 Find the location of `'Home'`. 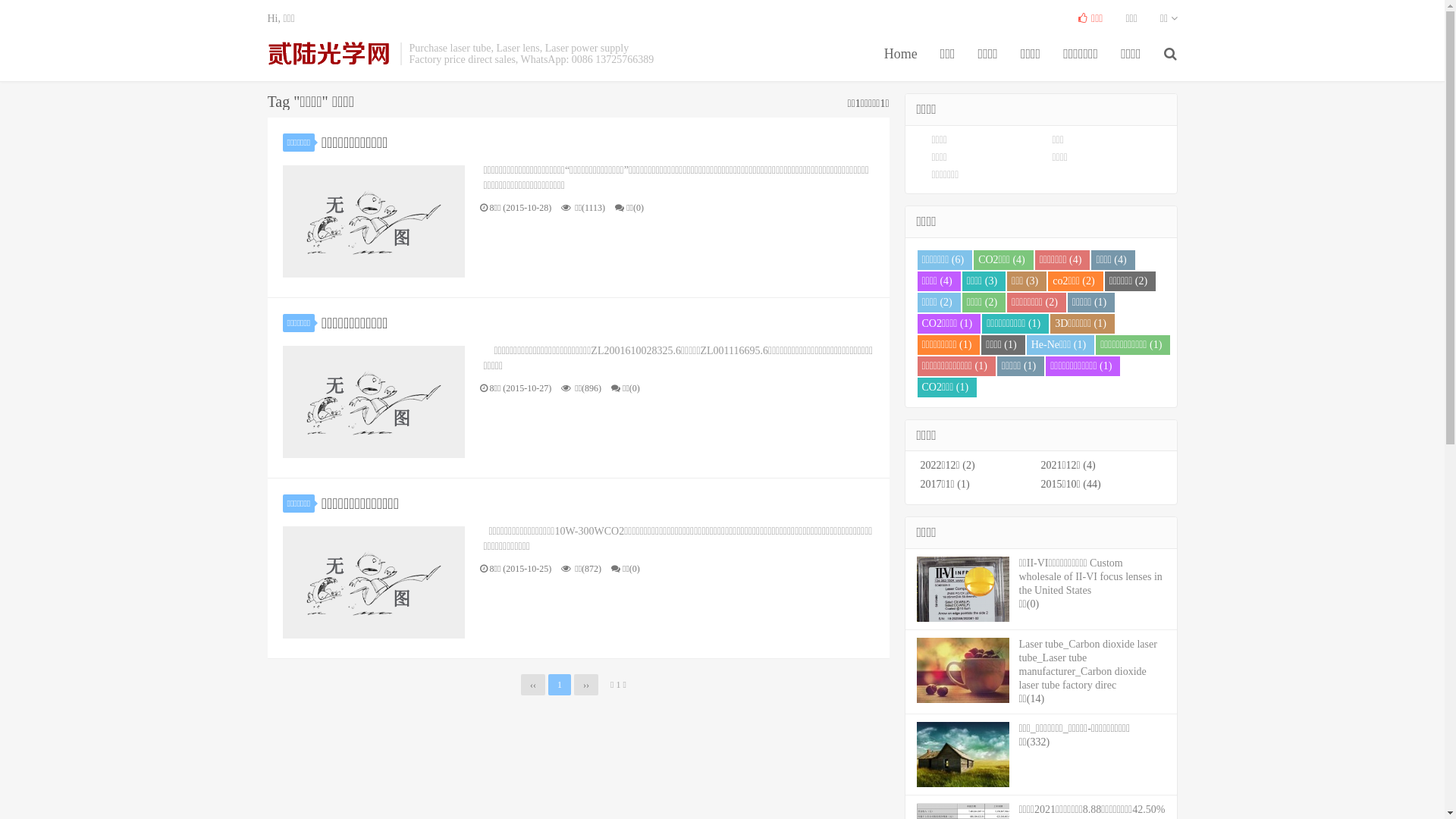

'Home' is located at coordinates (901, 52).